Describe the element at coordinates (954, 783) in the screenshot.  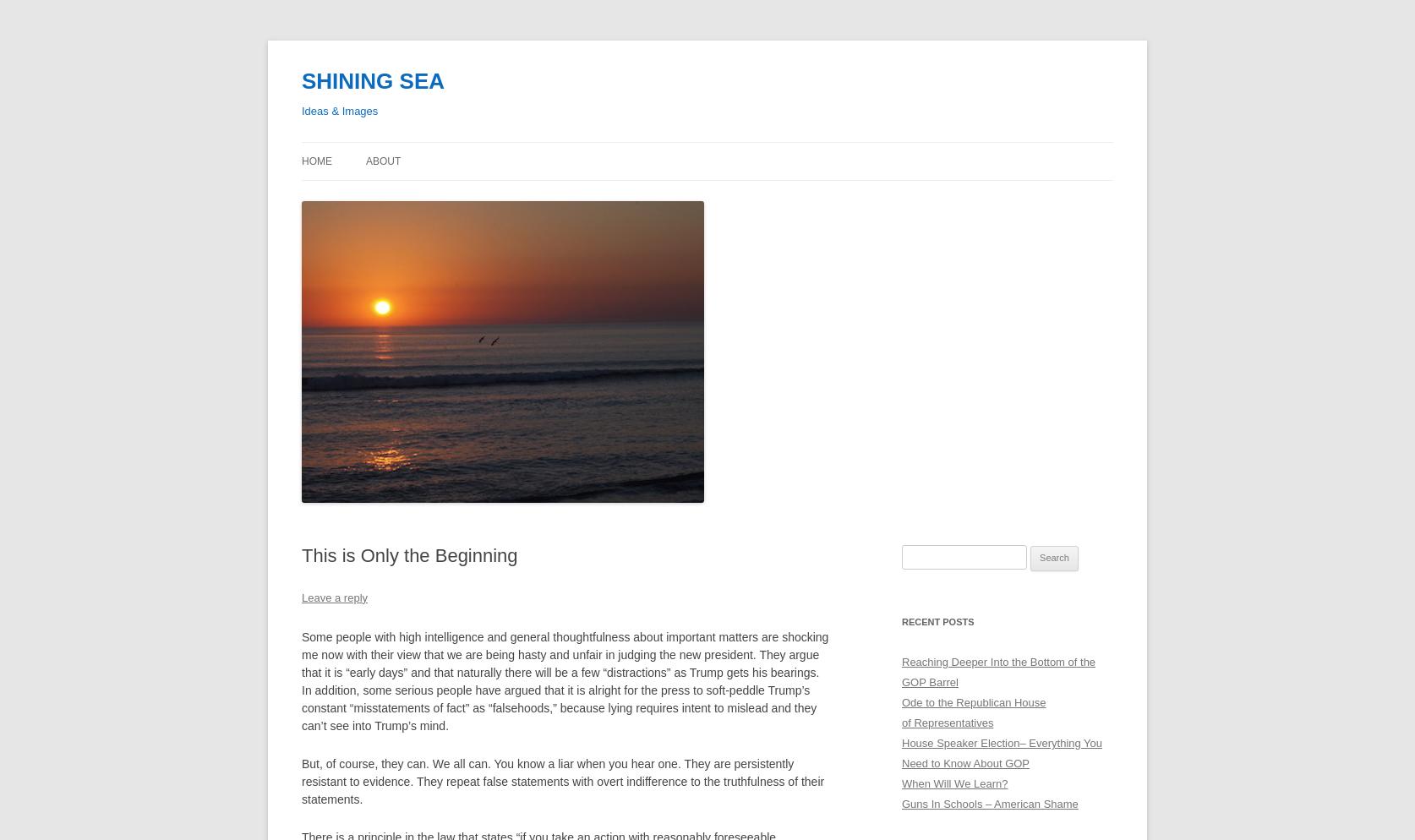
I see `'When Will We Learn?'` at that location.